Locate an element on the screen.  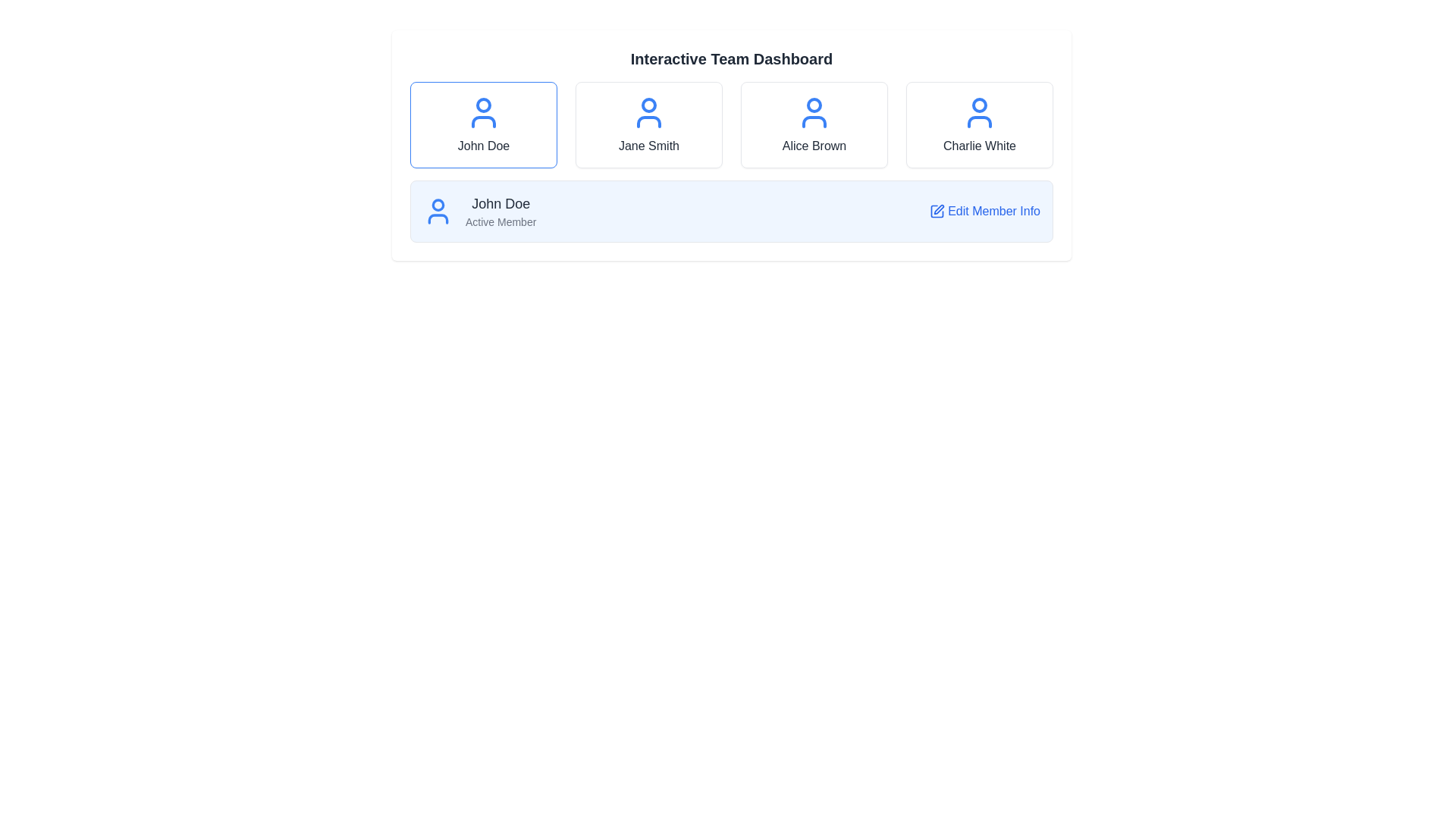
the status indicator text label located beneath 'John Doe' in the light blue rectangular section of the main dashboard is located at coordinates (500, 222).